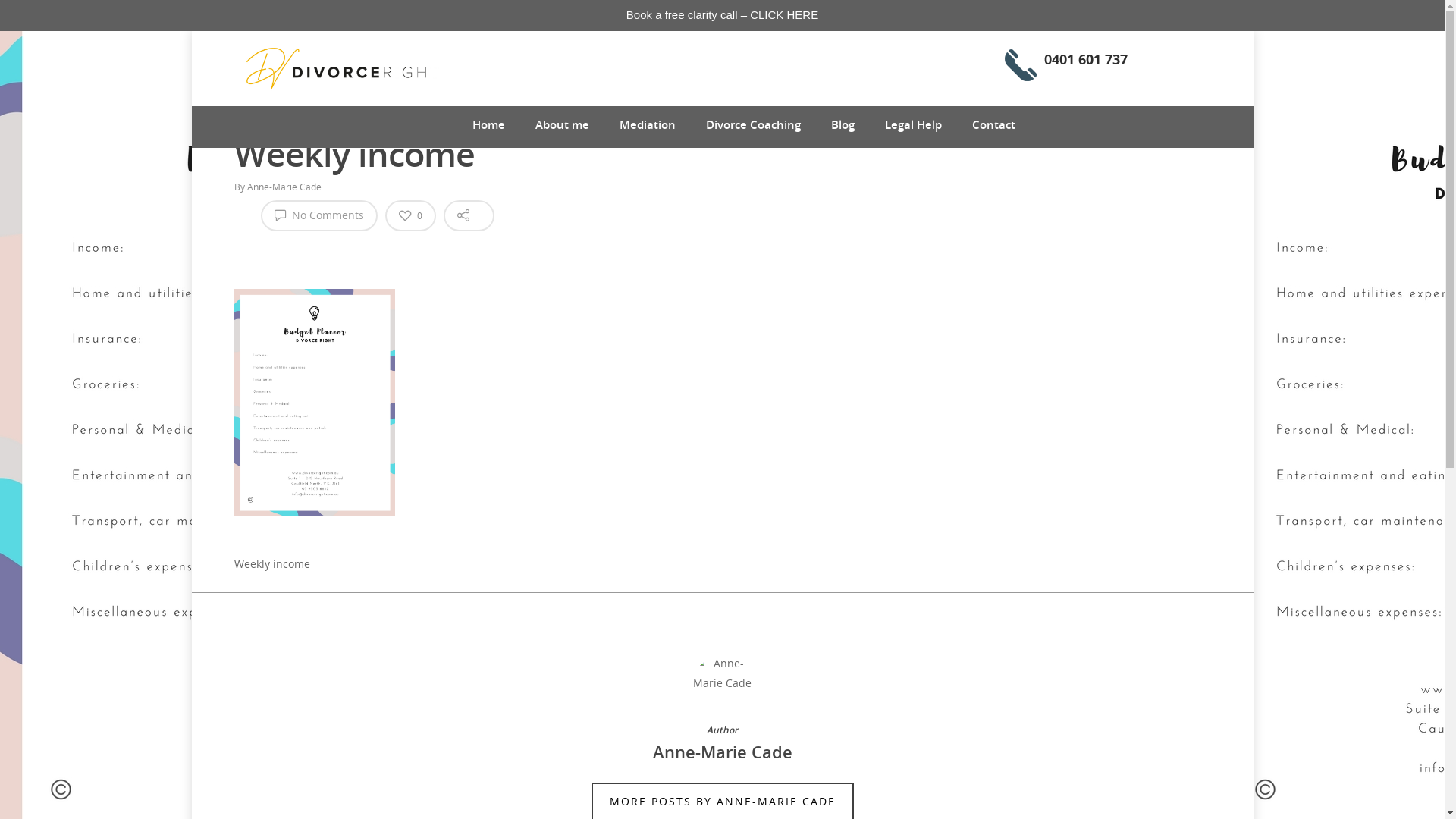 This screenshot has width=1456, height=819. I want to click on 'Blog', so click(830, 124).